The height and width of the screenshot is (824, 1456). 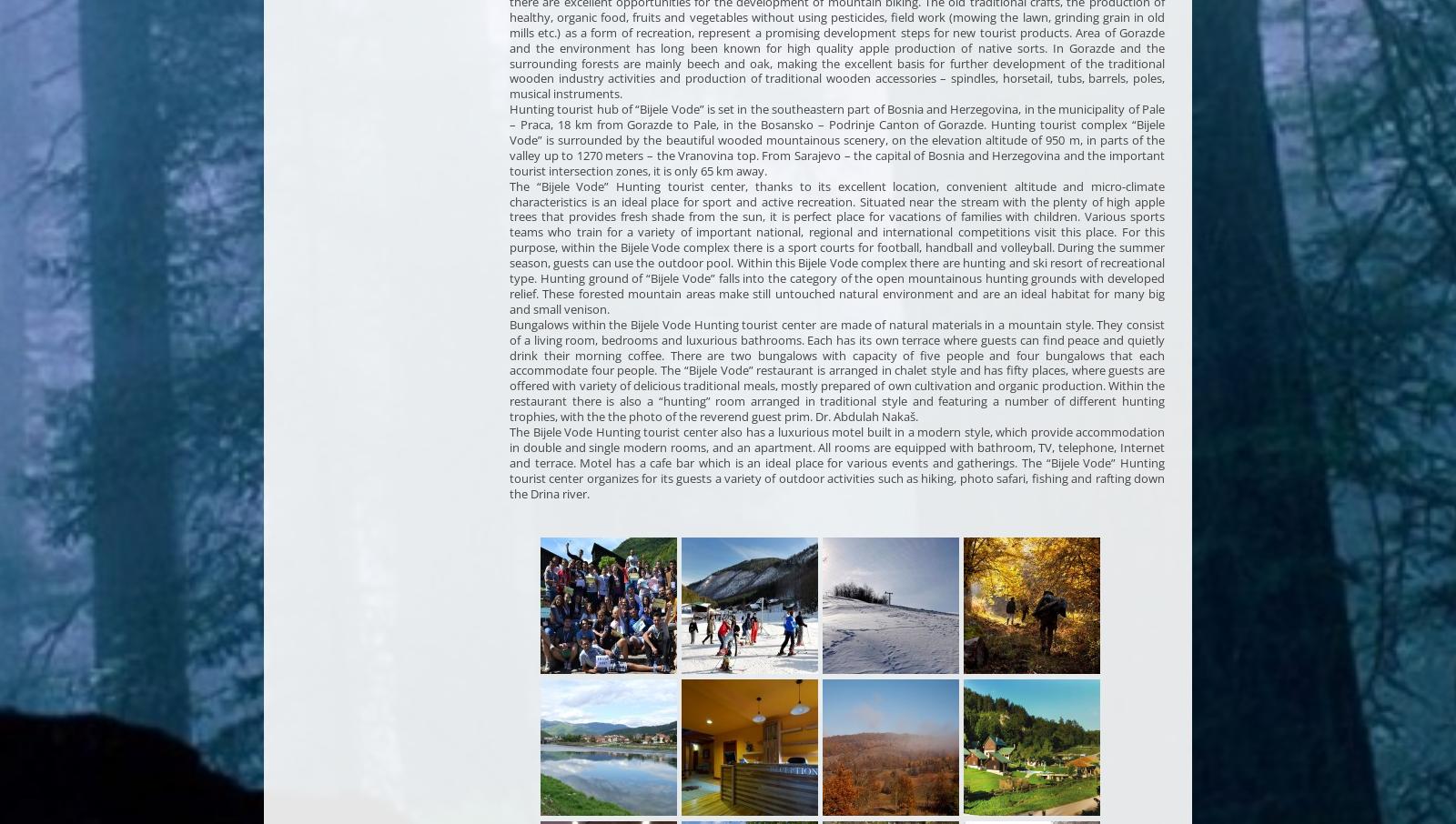 I want to click on 'the traditional', so click(x=1124, y=63).